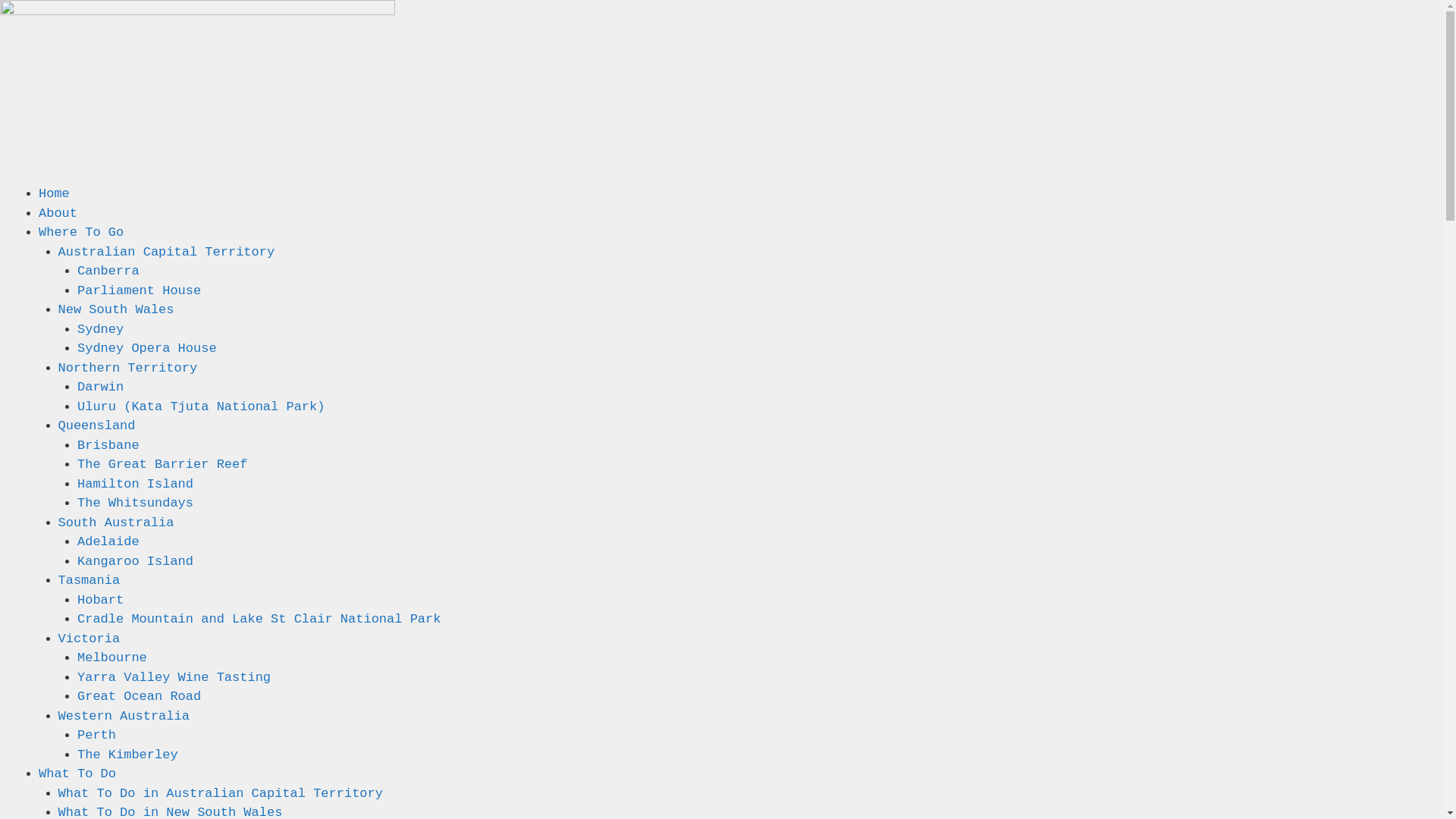  Describe the element at coordinates (162, 463) in the screenshot. I see `'The Great Barrier Reef'` at that location.